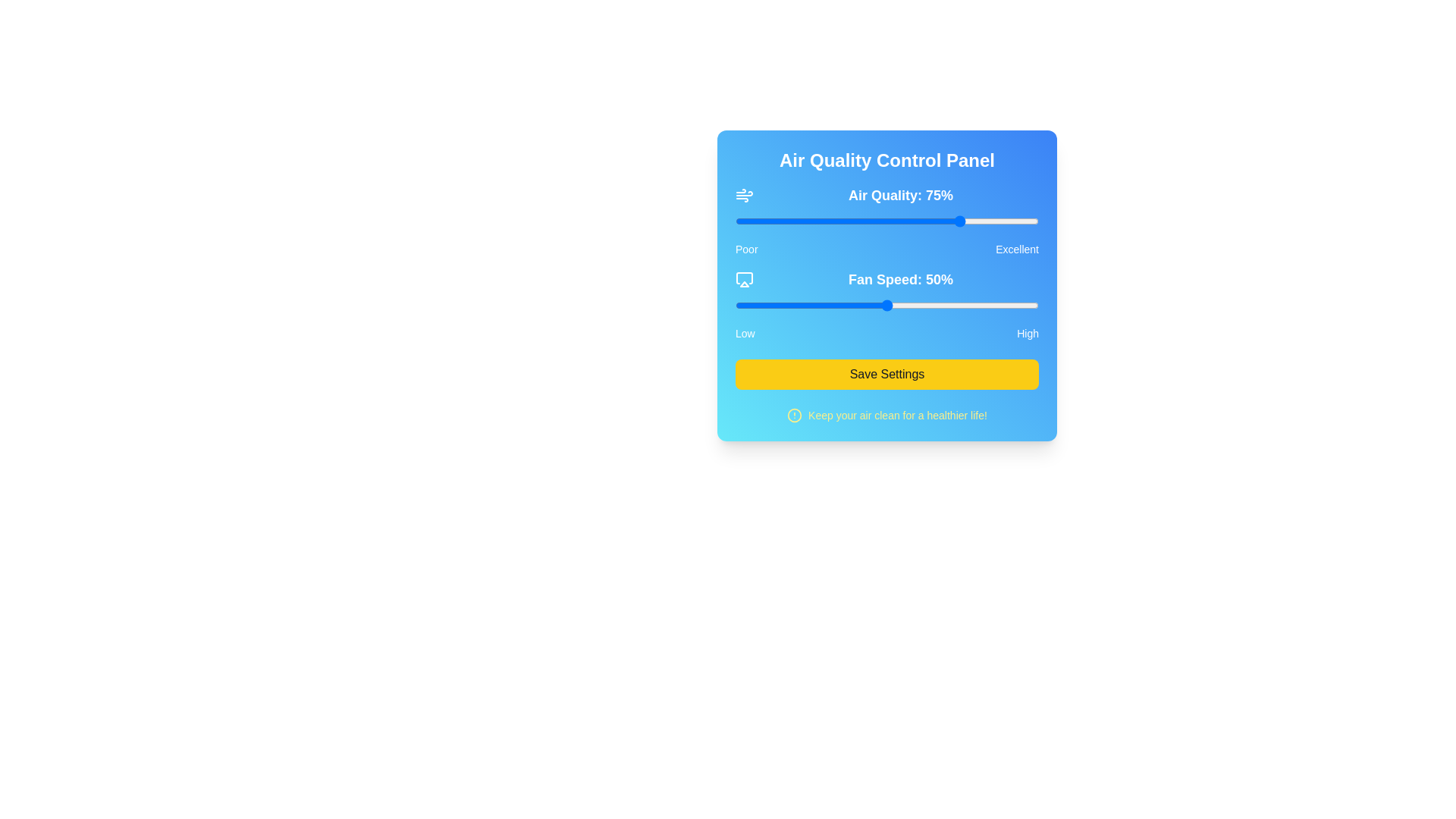 Image resolution: width=1456 pixels, height=819 pixels. Describe the element at coordinates (887, 374) in the screenshot. I see `the save settings button located in the blue gradient-styled 'Air Quality Control Panel', positioned below the 'Air Quality' and 'Fan Speed' sliders` at that location.